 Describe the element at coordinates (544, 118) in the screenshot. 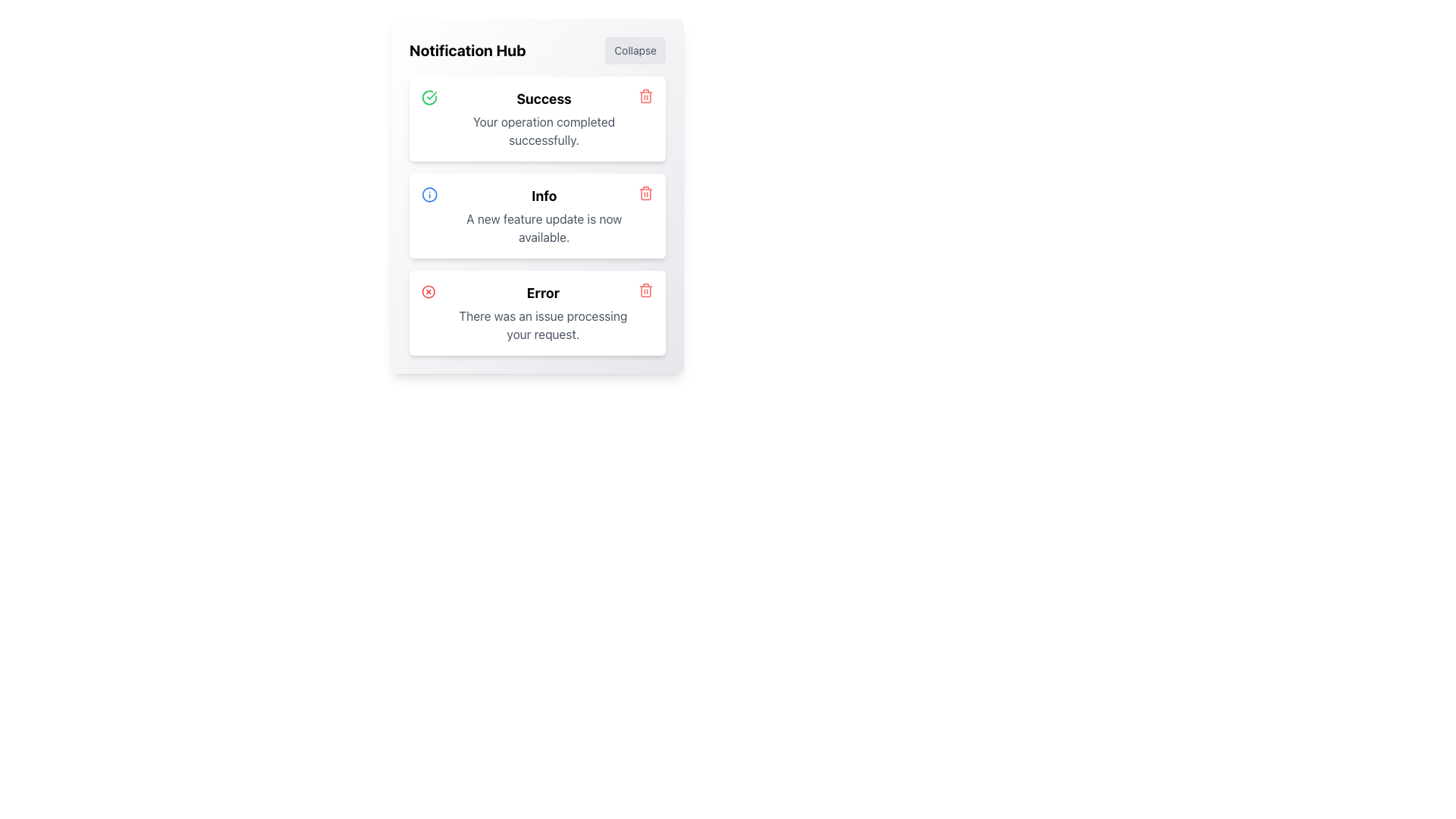

I see `message displayed in the Notification Card Text which says 'Success' and 'Your operation completed successfully.'` at that location.